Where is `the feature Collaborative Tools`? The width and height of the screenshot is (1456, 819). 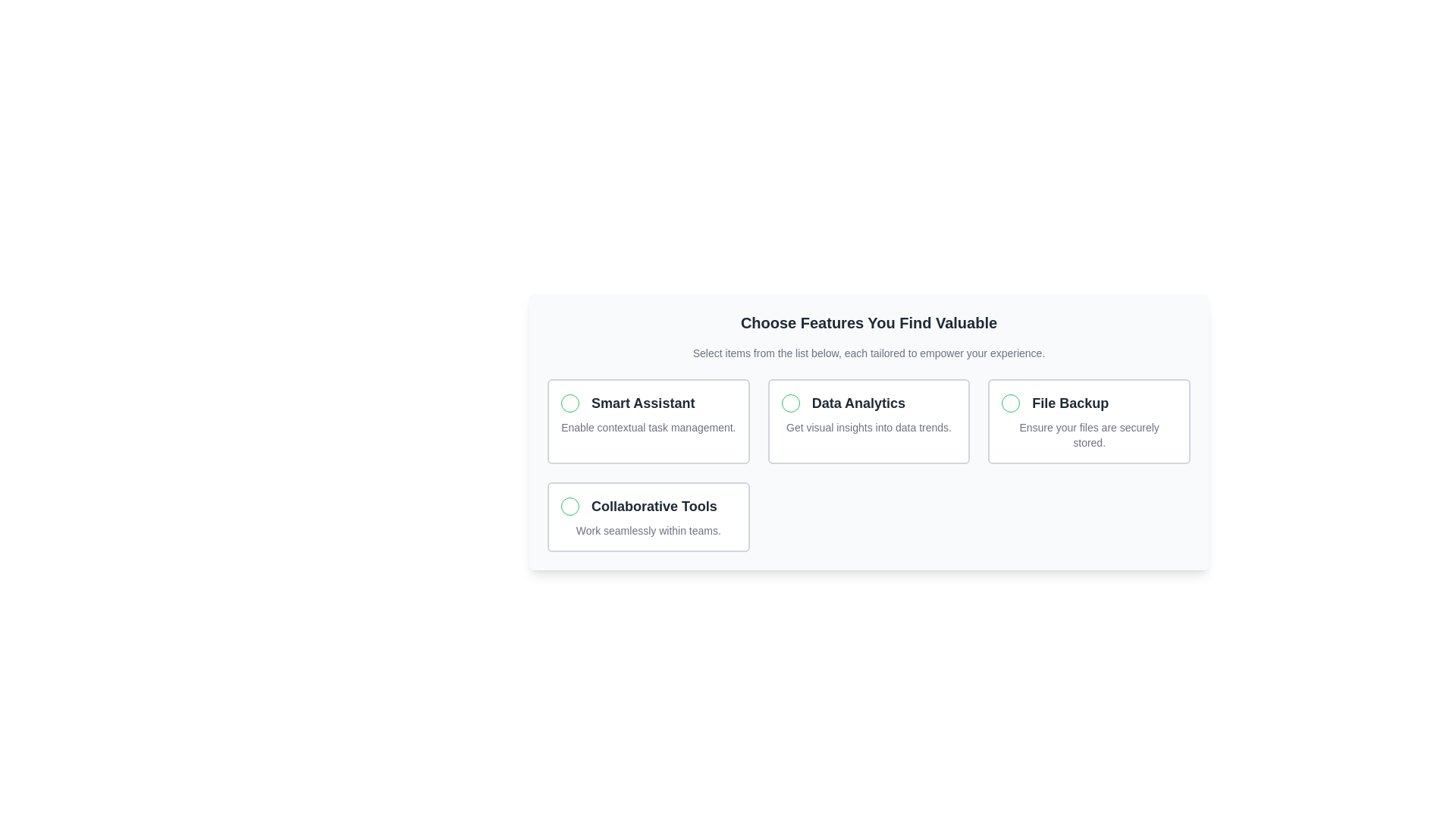 the feature Collaborative Tools is located at coordinates (648, 516).